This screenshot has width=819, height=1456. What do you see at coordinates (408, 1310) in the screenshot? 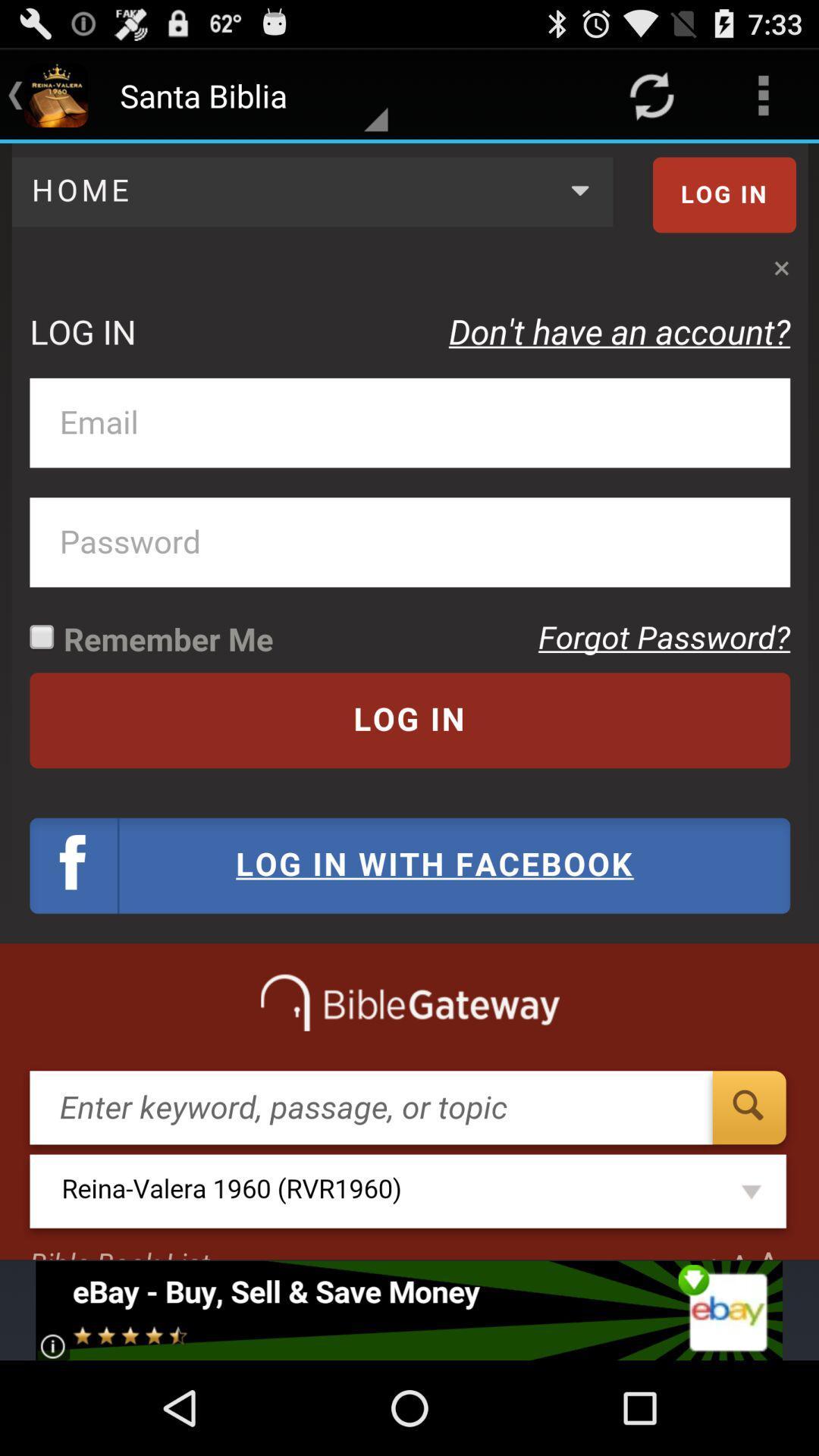
I see `advertisement` at bounding box center [408, 1310].